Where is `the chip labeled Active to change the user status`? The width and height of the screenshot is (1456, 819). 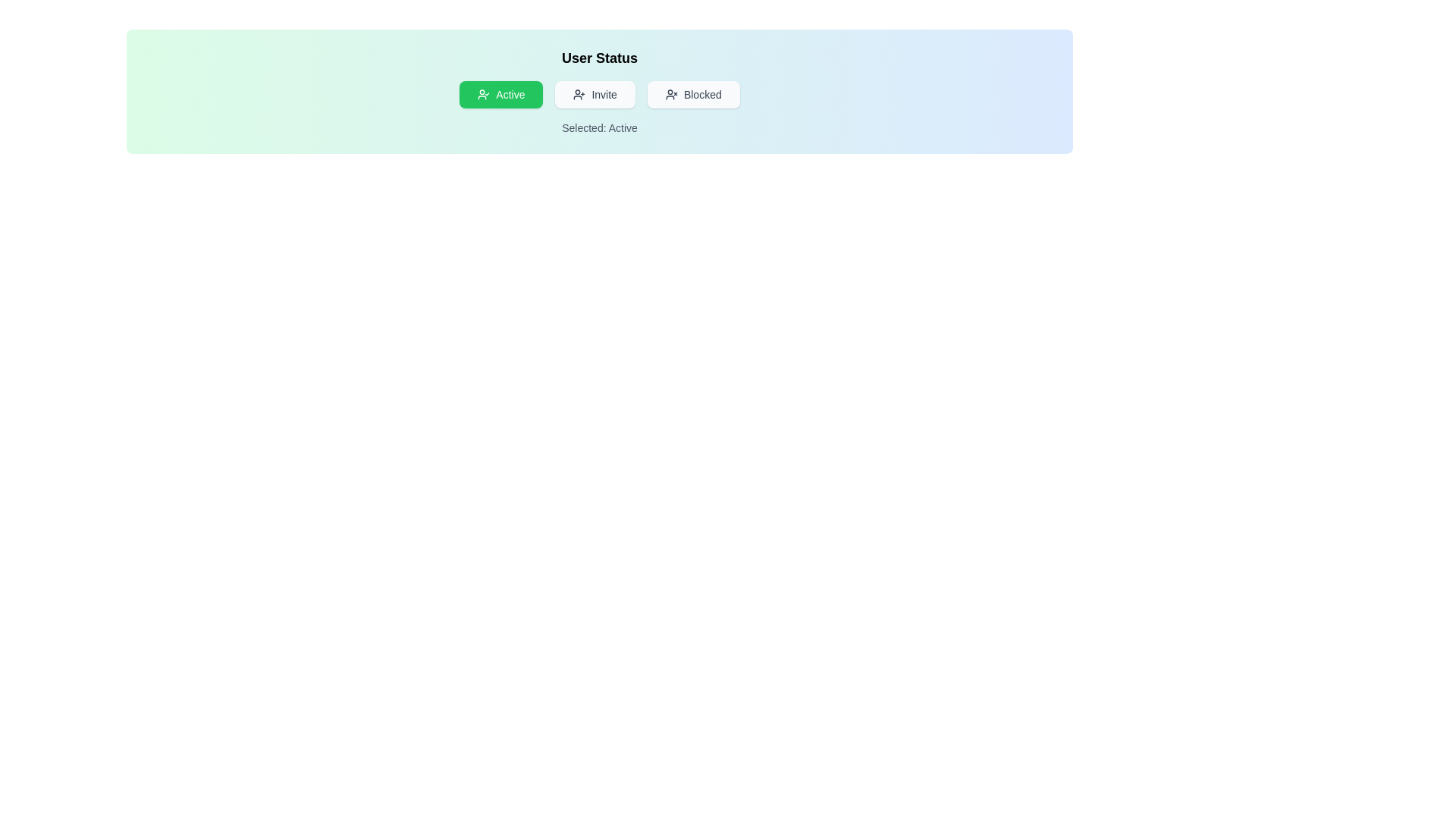 the chip labeled Active to change the user status is located at coordinates (501, 94).